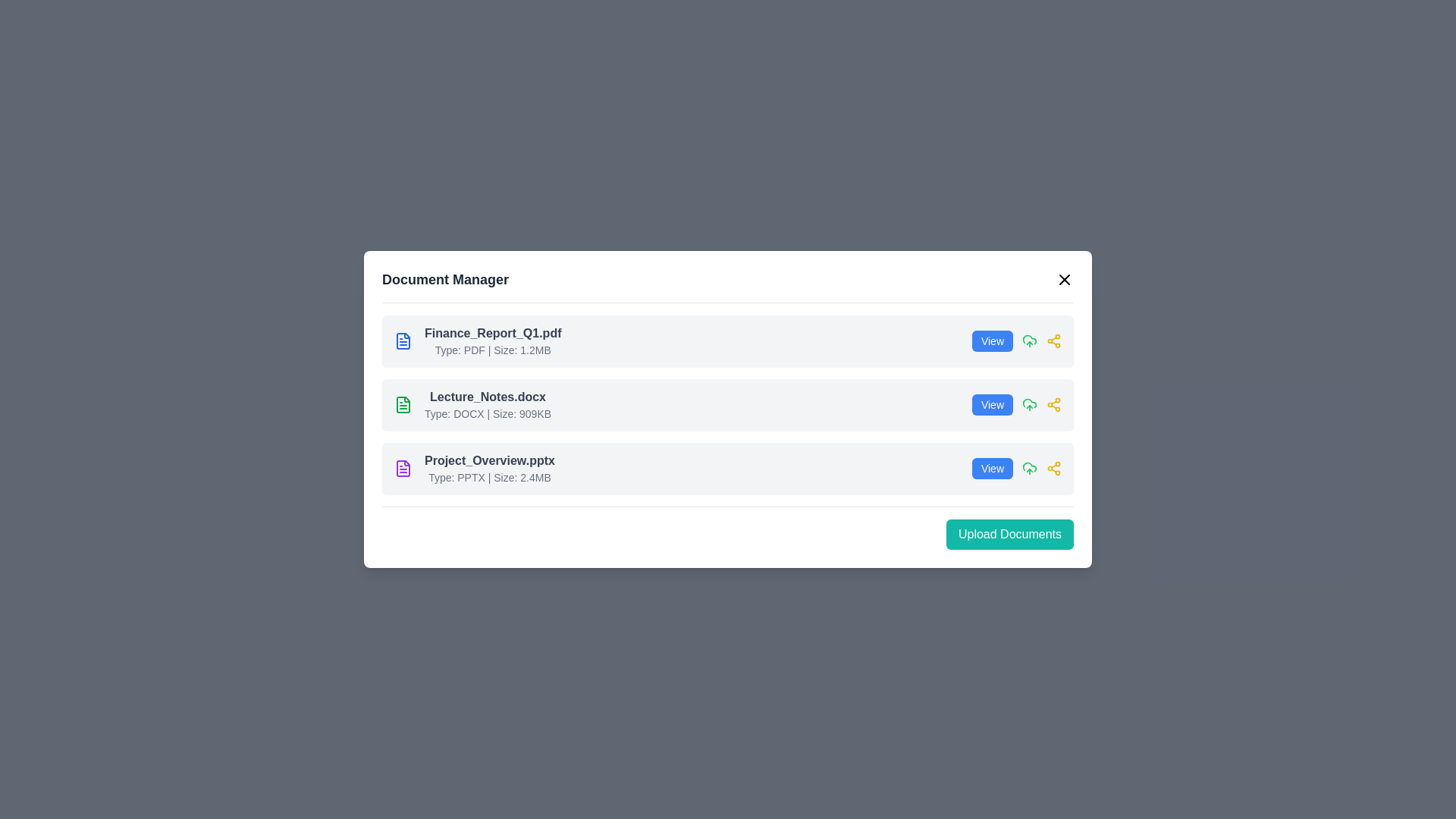 The height and width of the screenshot is (819, 1456). Describe the element at coordinates (403, 341) in the screenshot. I see `the document icon representing 'Finance_Report_Q1.pdf'` at that location.